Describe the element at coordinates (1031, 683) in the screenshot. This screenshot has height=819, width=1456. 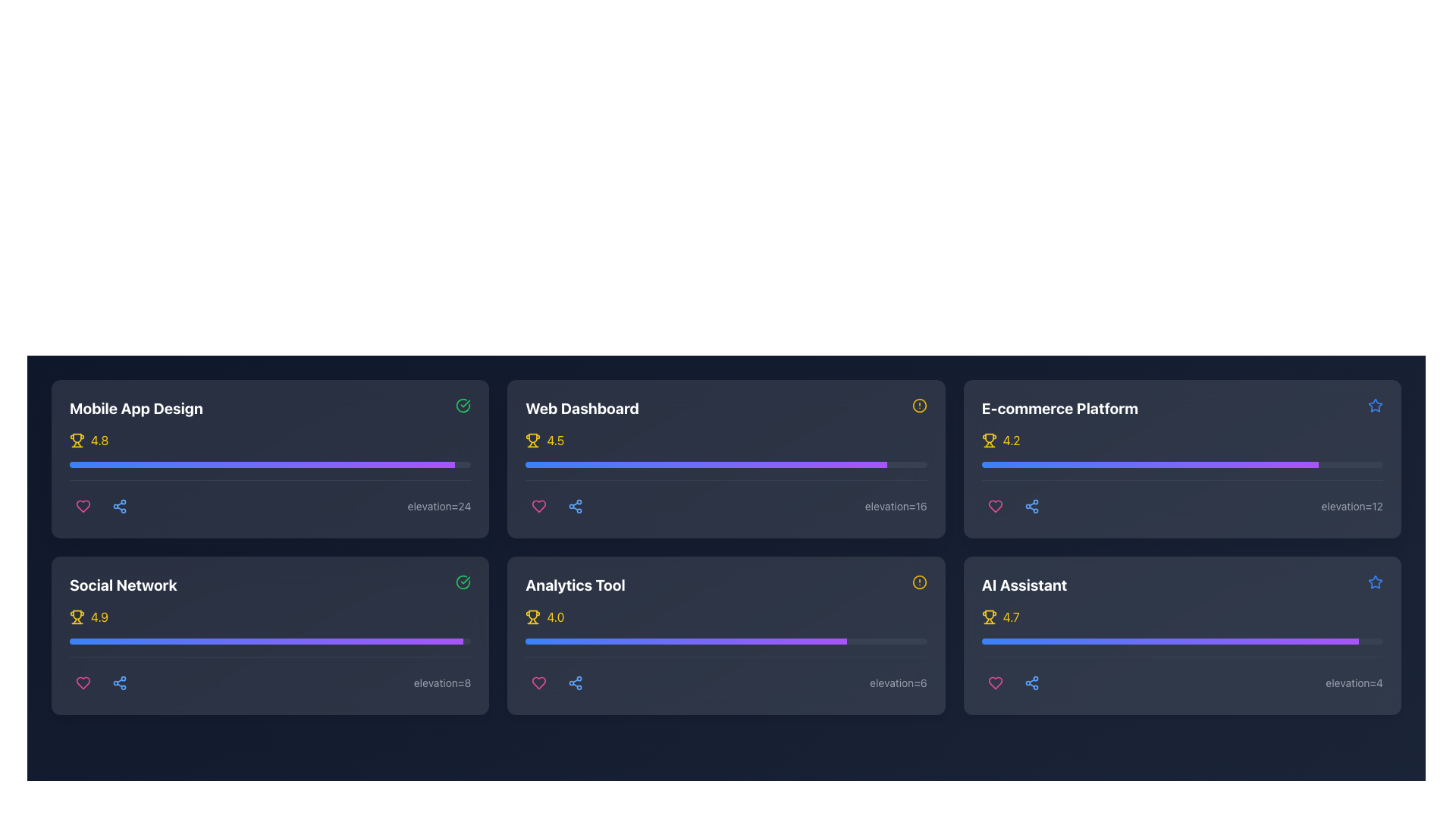
I see `the share button located at the bottom-center of the 'AI Assistant' card, immediately to the right of the heart-shaped button` at that location.